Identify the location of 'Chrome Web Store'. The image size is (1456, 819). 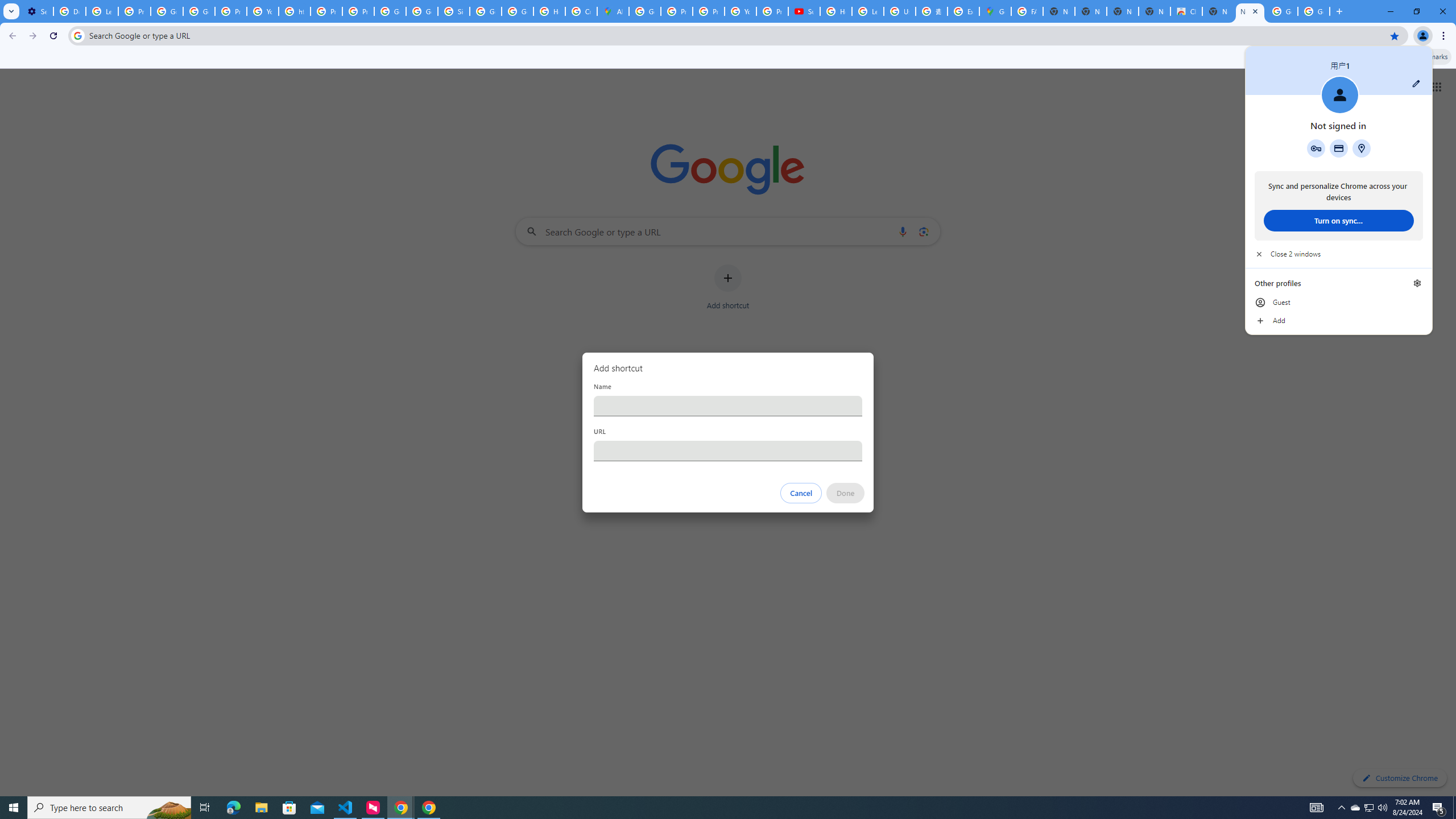
(1185, 11).